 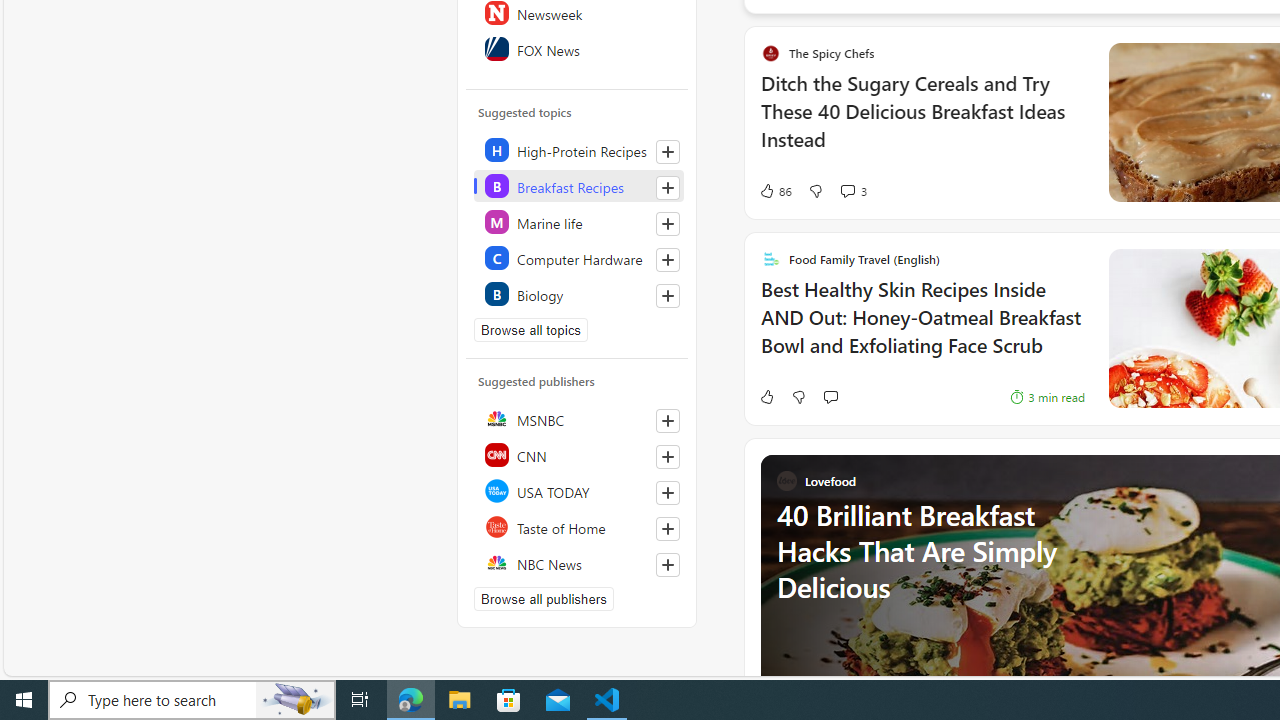 I want to click on 'Like', so click(x=765, y=397).